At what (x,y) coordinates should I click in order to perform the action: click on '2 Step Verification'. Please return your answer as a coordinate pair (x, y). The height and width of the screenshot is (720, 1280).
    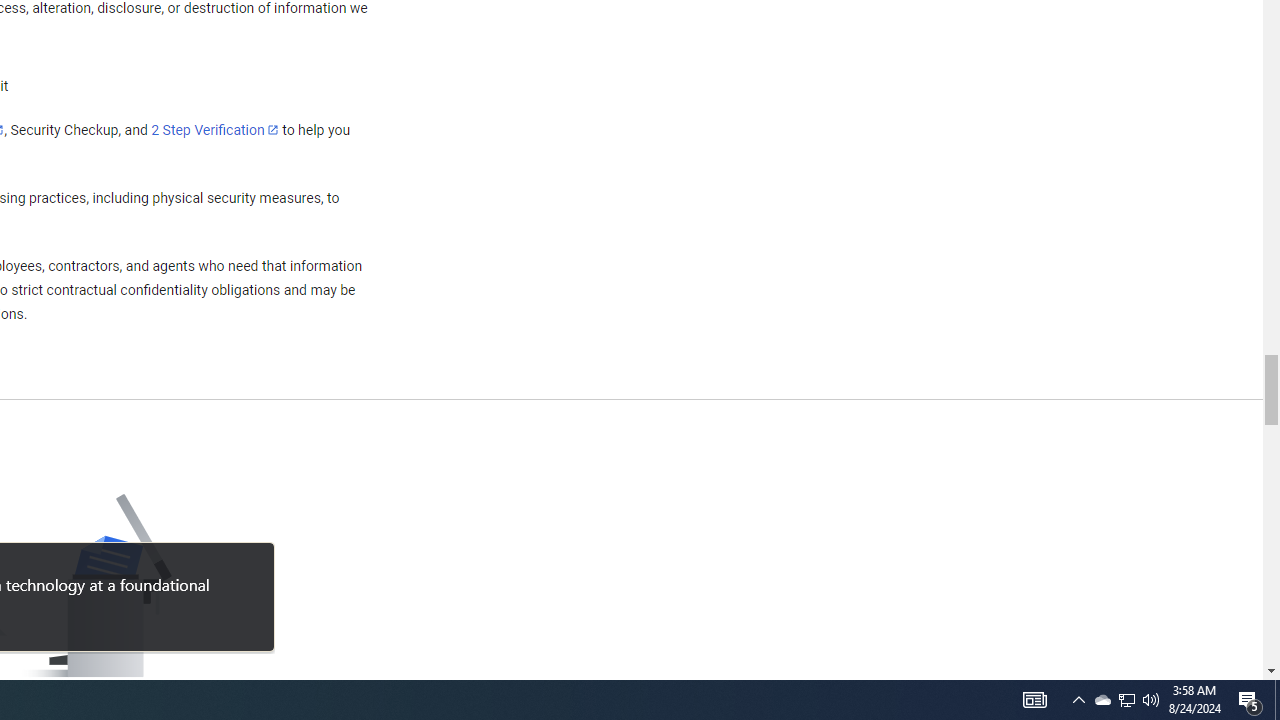
    Looking at the image, I should click on (215, 129).